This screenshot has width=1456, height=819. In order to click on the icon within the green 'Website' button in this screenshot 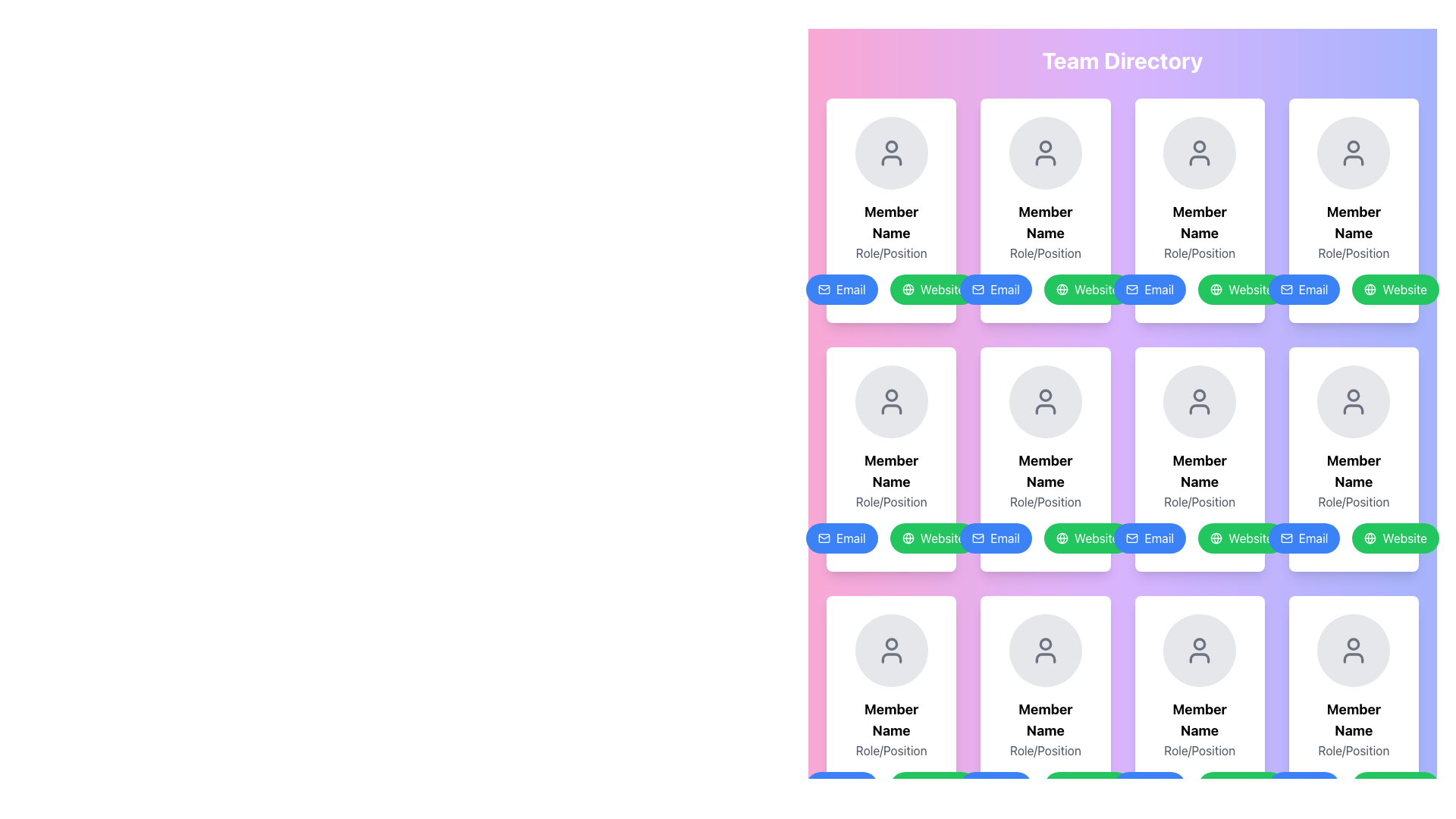, I will do `click(1216, 537)`.